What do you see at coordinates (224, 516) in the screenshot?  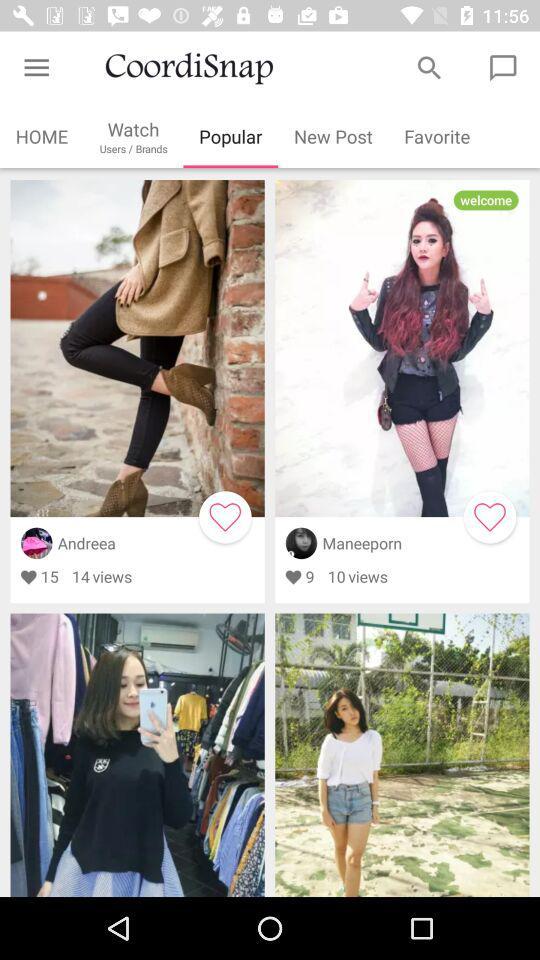 I see `to add the item in the wishlist` at bounding box center [224, 516].